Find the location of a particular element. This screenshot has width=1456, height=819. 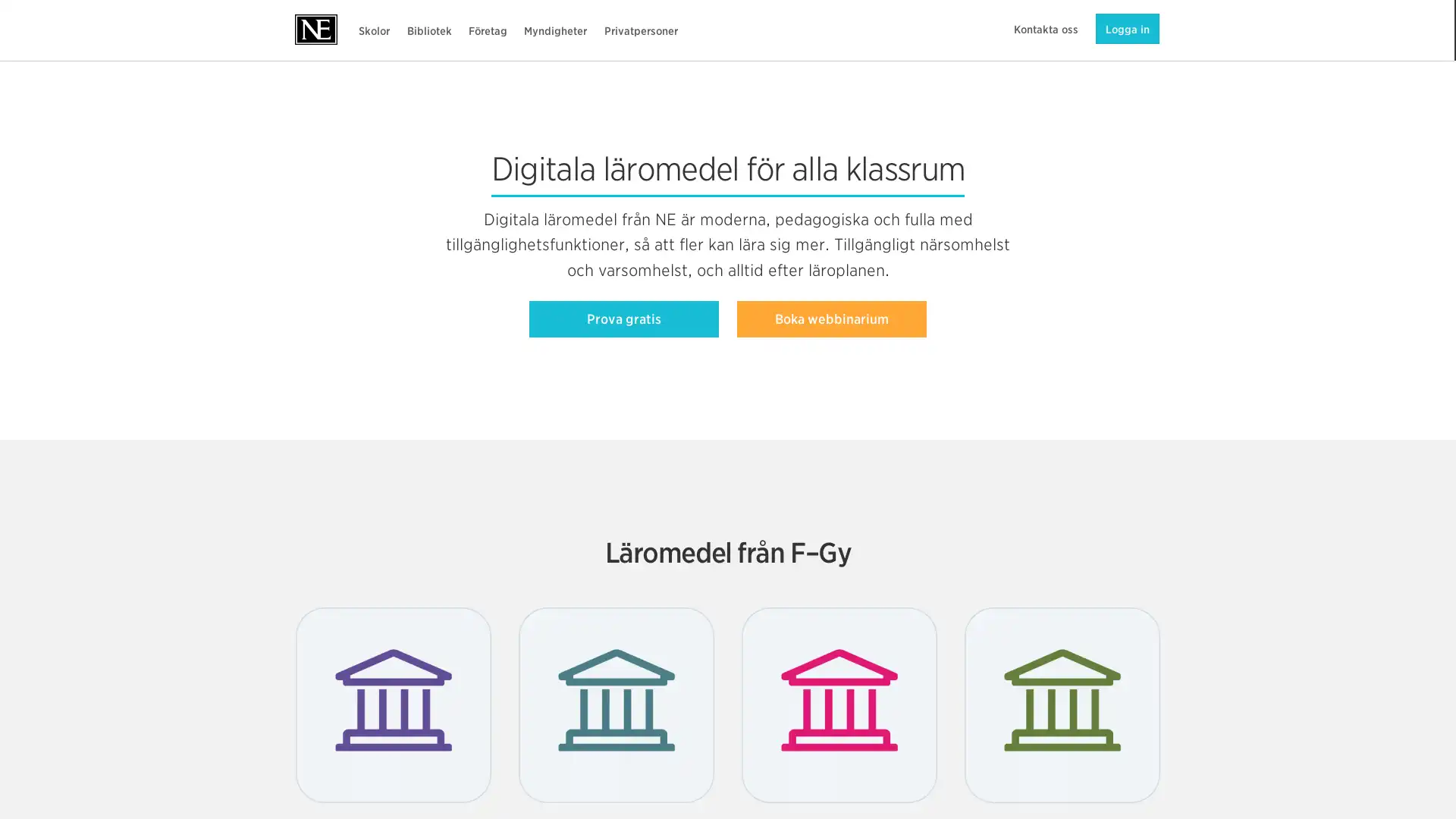

Language: en is located at coordinates (11, 802).